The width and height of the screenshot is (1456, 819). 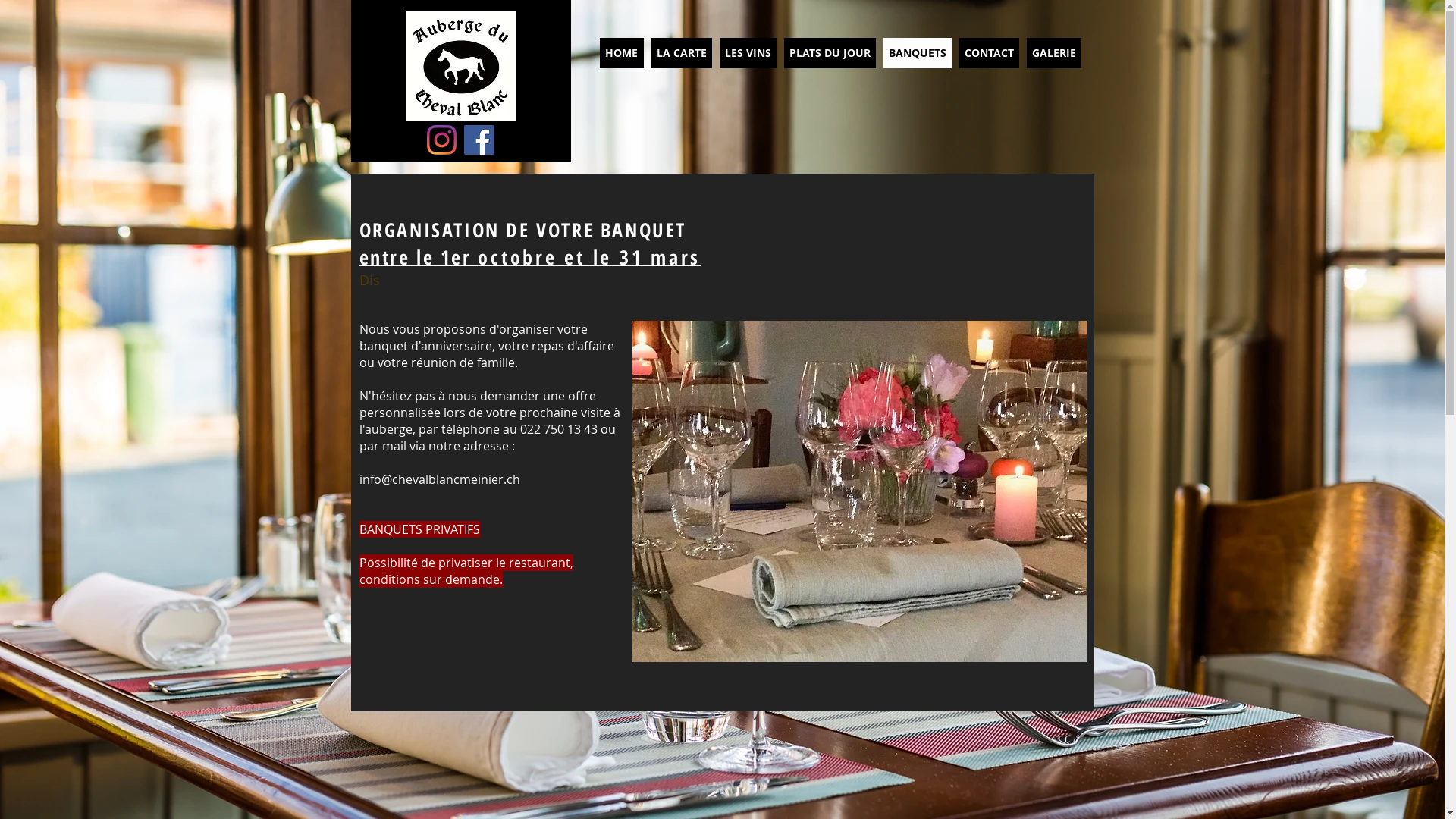 I want to click on 'LES VINS', so click(x=747, y=52).